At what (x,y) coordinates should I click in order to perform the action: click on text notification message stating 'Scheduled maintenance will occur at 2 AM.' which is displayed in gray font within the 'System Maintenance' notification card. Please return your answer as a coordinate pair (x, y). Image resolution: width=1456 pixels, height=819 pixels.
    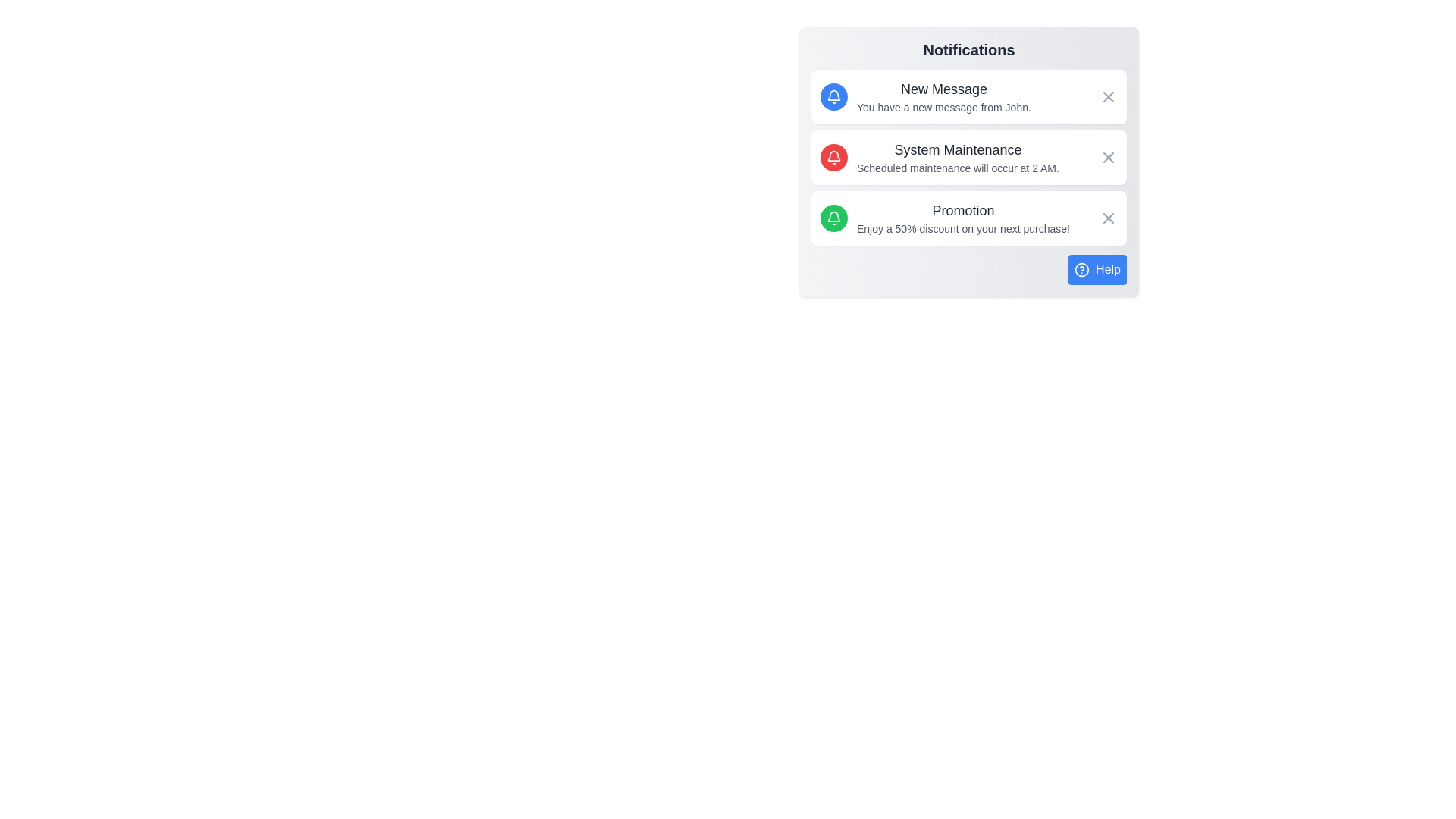
    Looking at the image, I should click on (957, 168).